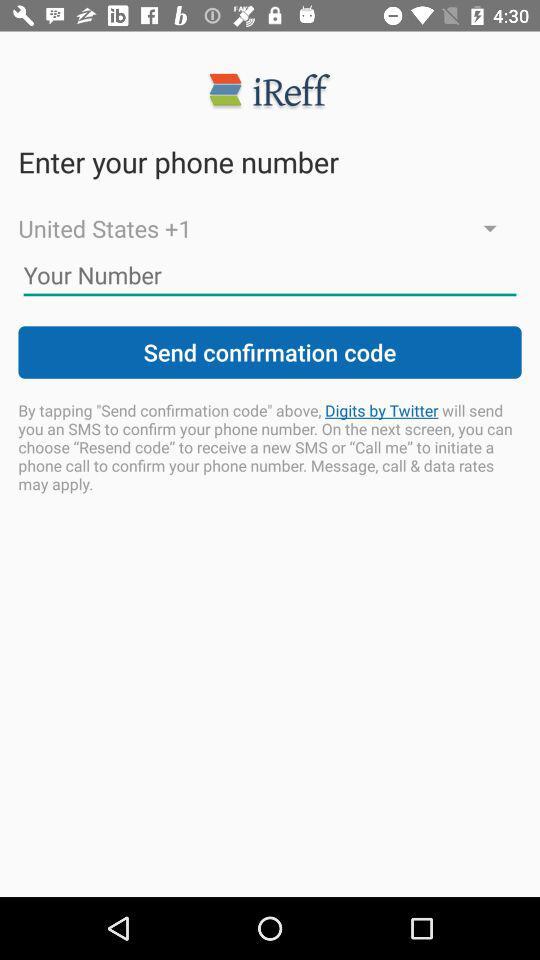 Image resolution: width=540 pixels, height=960 pixels. Describe the element at coordinates (270, 274) in the screenshot. I see `phone number` at that location.